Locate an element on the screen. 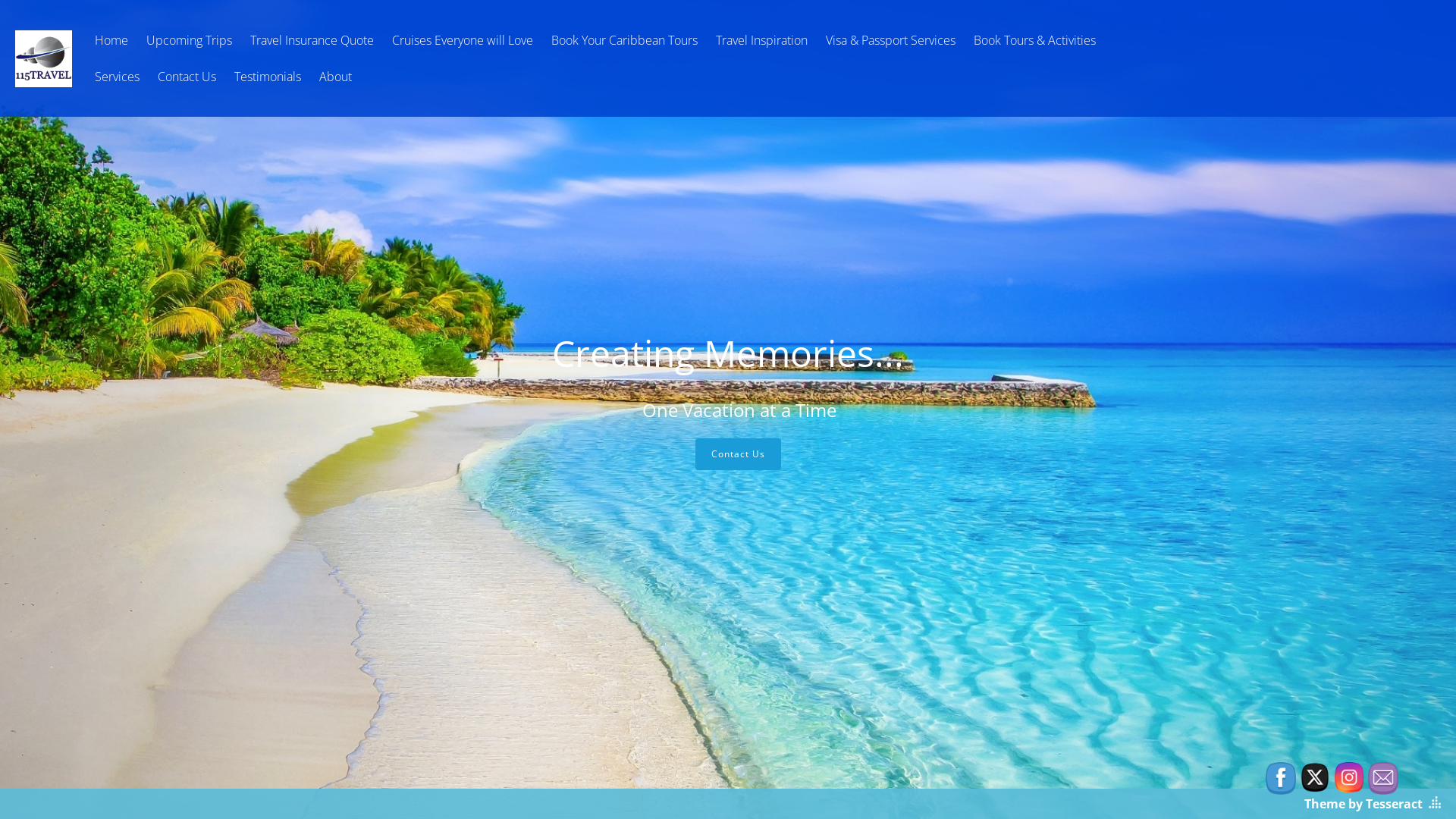 The height and width of the screenshot is (819, 1456). 'Facebook' is located at coordinates (1266, 778).